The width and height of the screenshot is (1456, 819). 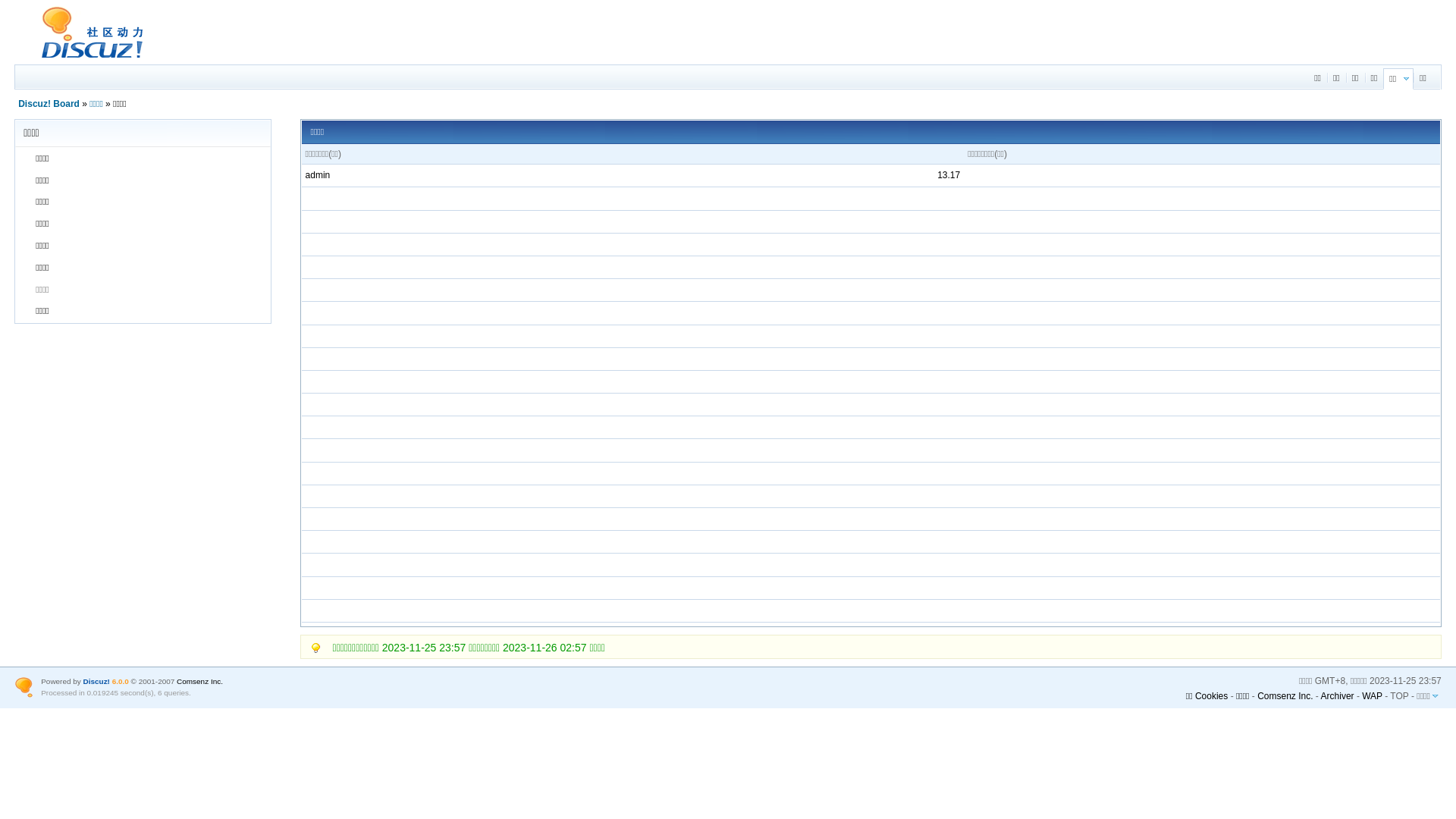 What do you see at coordinates (1398, 695) in the screenshot?
I see `'TOP'` at bounding box center [1398, 695].